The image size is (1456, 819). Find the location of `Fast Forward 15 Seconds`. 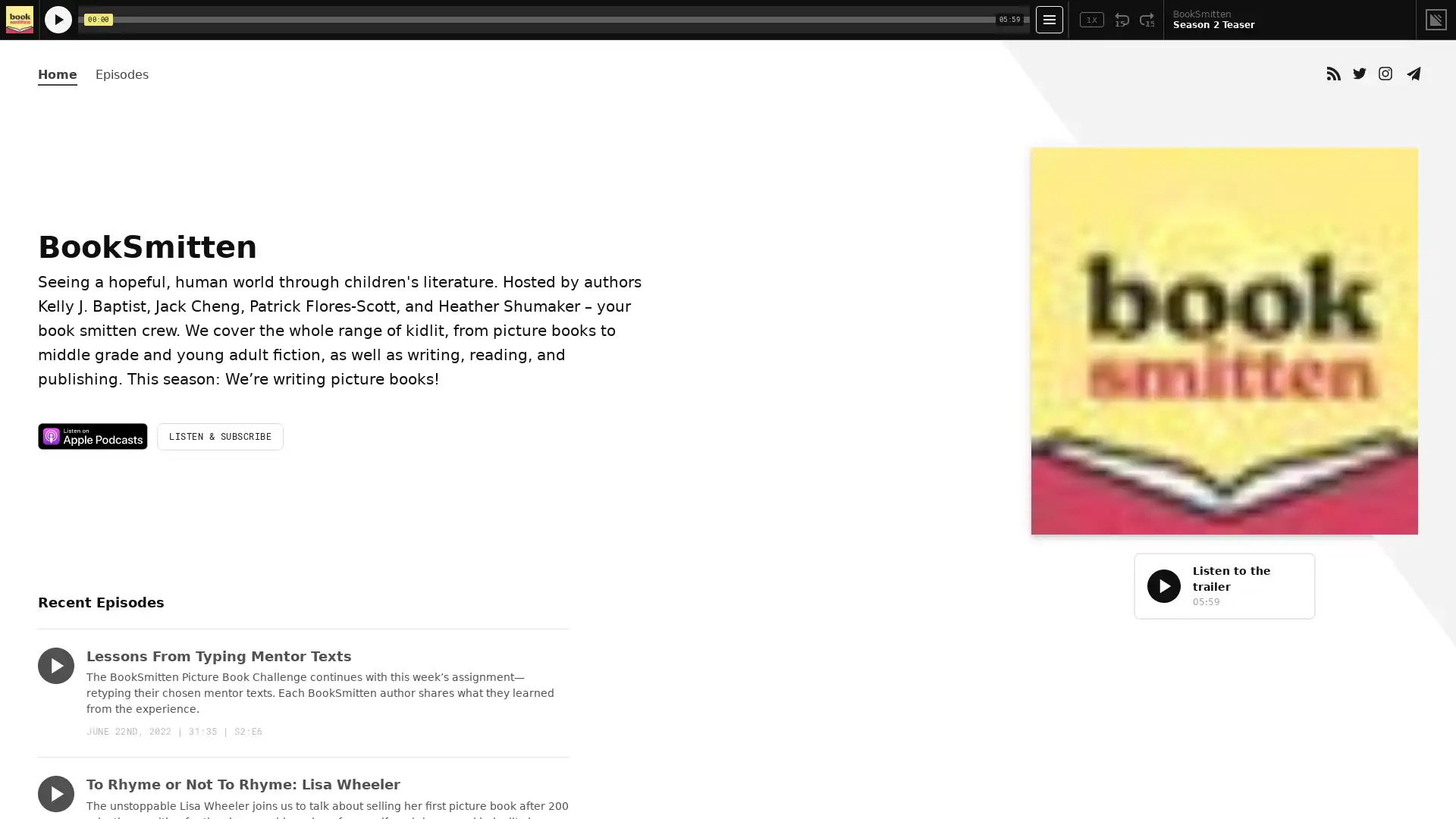

Fast Forward 15 Seconds is located at coordinates (1147, 20).